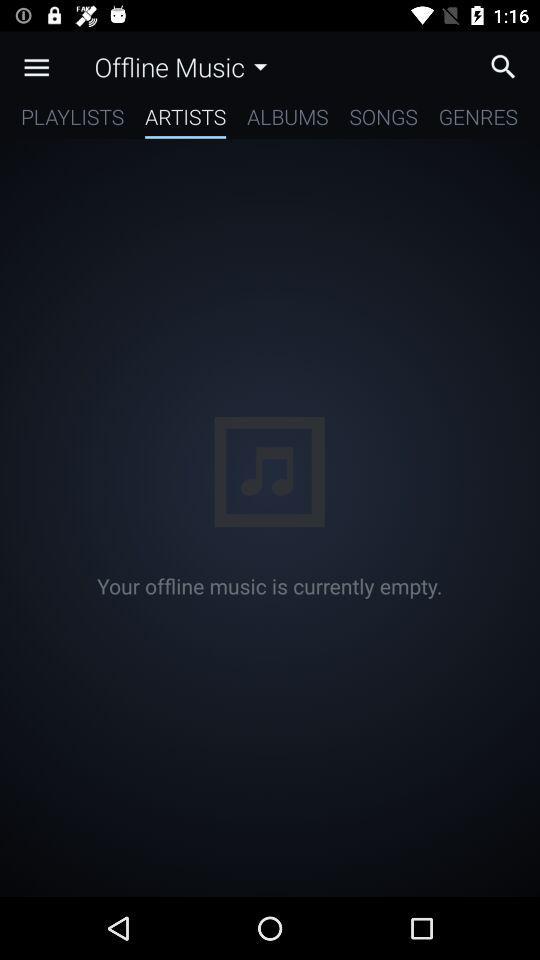 This screenshot has width=540, height=960. Describe the element at coordinates (269, 472) in the screenshot. I see `music icon on the middle` at that location.